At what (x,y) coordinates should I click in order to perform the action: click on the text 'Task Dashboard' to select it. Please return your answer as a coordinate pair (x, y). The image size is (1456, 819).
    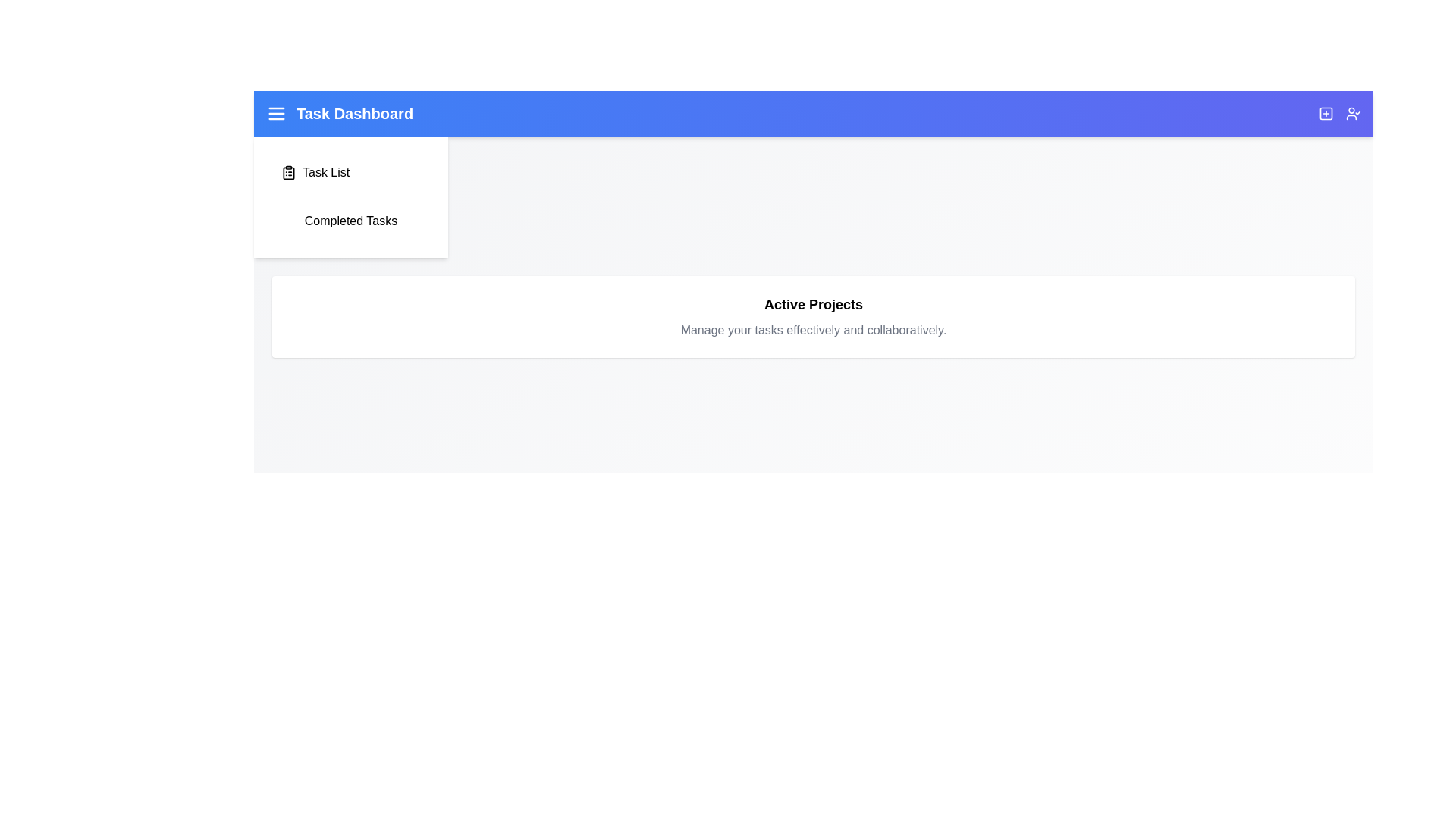
    Looking at the image, I should click on (338, 113).